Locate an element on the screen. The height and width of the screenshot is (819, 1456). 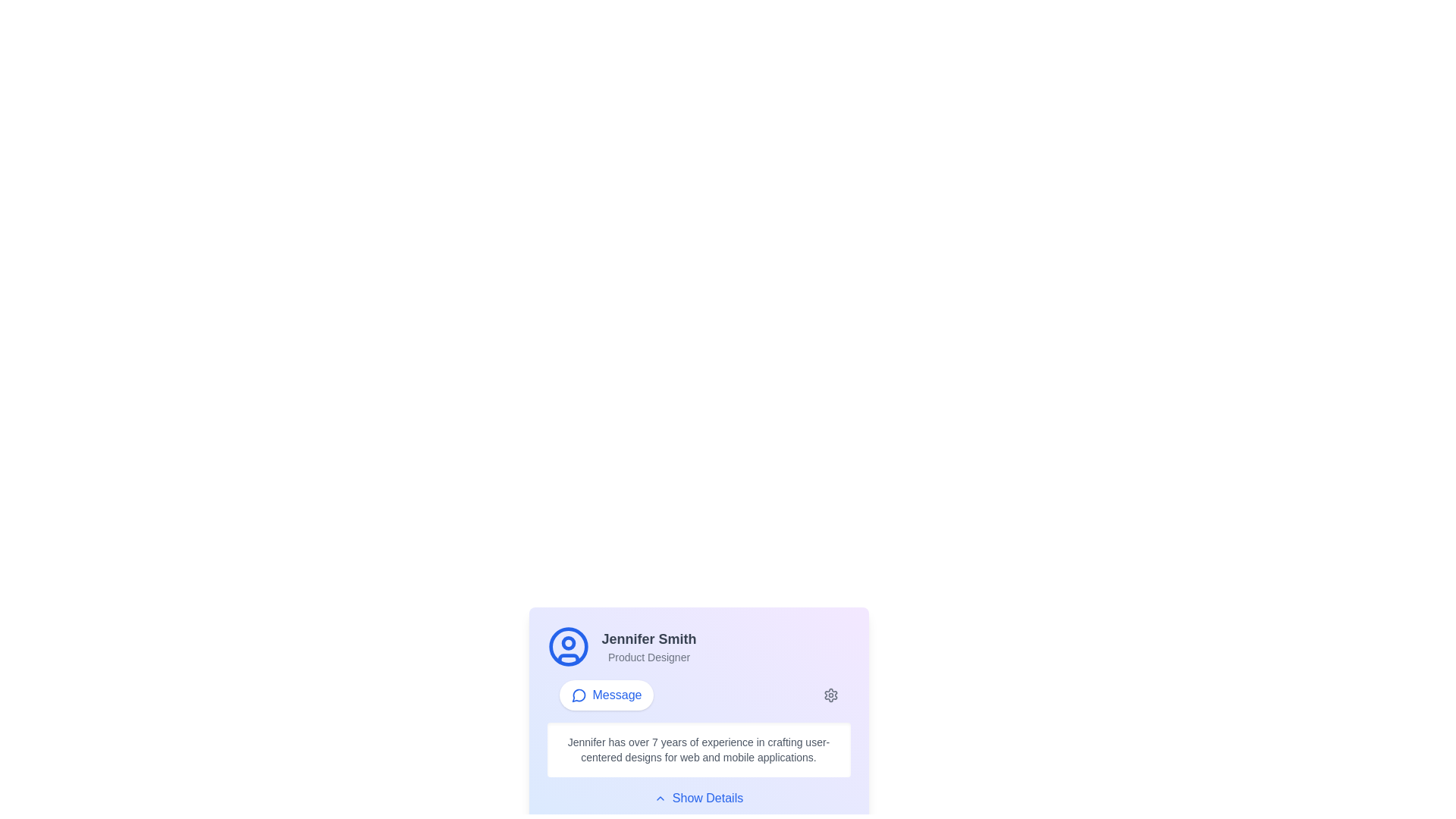
text label that serves as the title for the profile card, located in the upper-left area above the subtitle 'Product Designer' is located at coordinates (648, 639).